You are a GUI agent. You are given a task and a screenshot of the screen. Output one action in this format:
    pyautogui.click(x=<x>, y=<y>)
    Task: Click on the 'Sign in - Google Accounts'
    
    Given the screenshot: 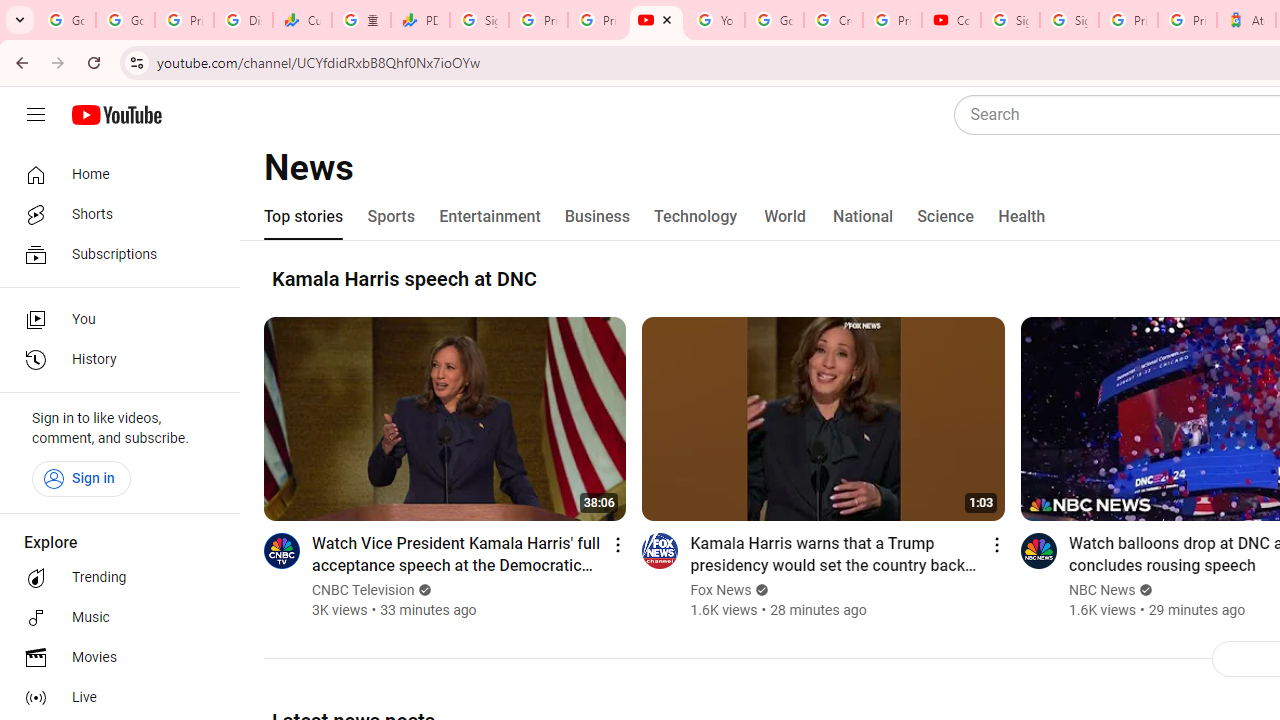 What is the action you would take?
    pyautogui.click(x=1010, y=20)
    